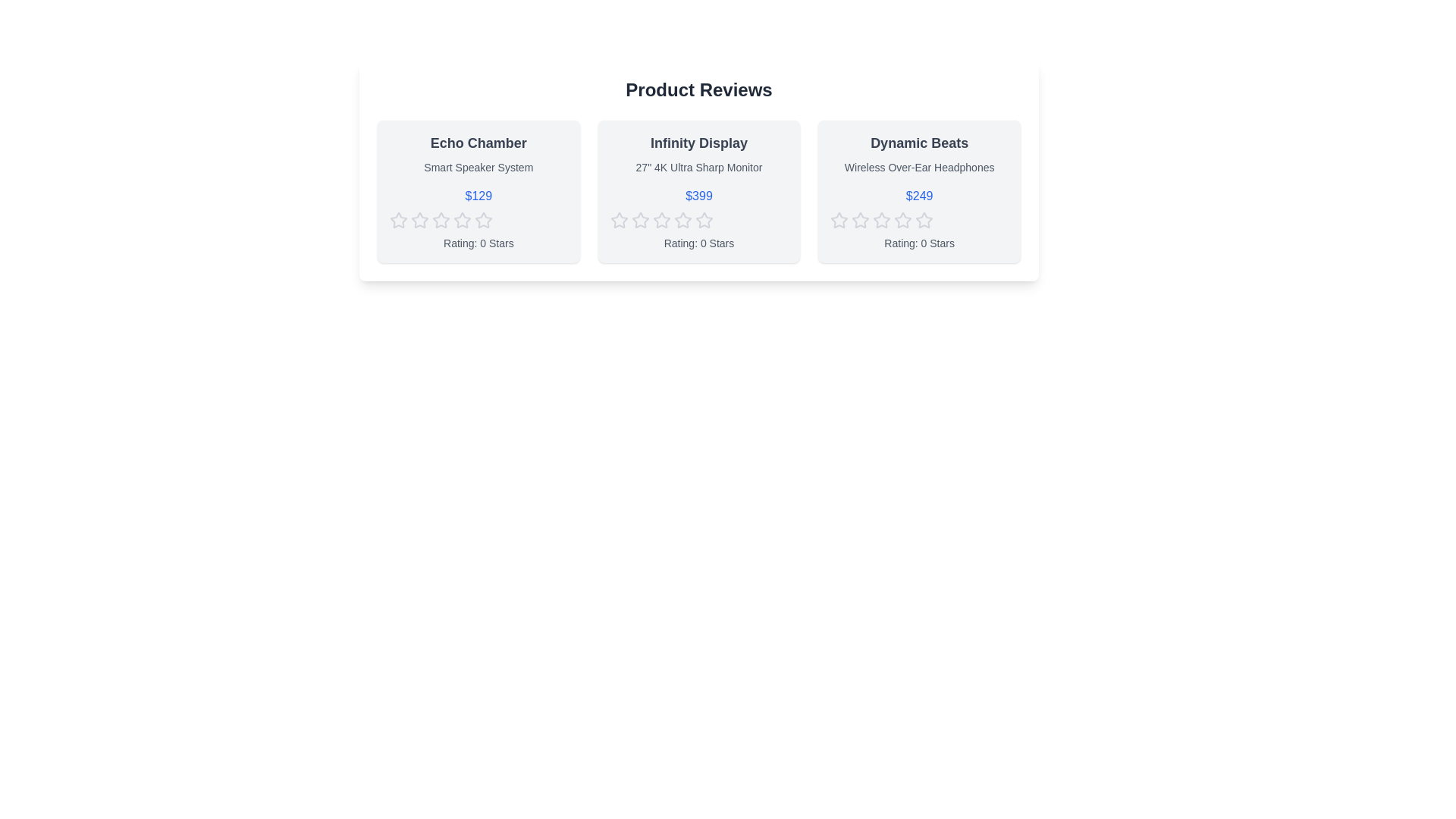 The height and width of the screenshot is (819, 1456). What do you see at coordinates (839, 220) in the screenshot?
I see `the first rating star icon for 'Dynamic Beats'` at bounding box center [839, 220].